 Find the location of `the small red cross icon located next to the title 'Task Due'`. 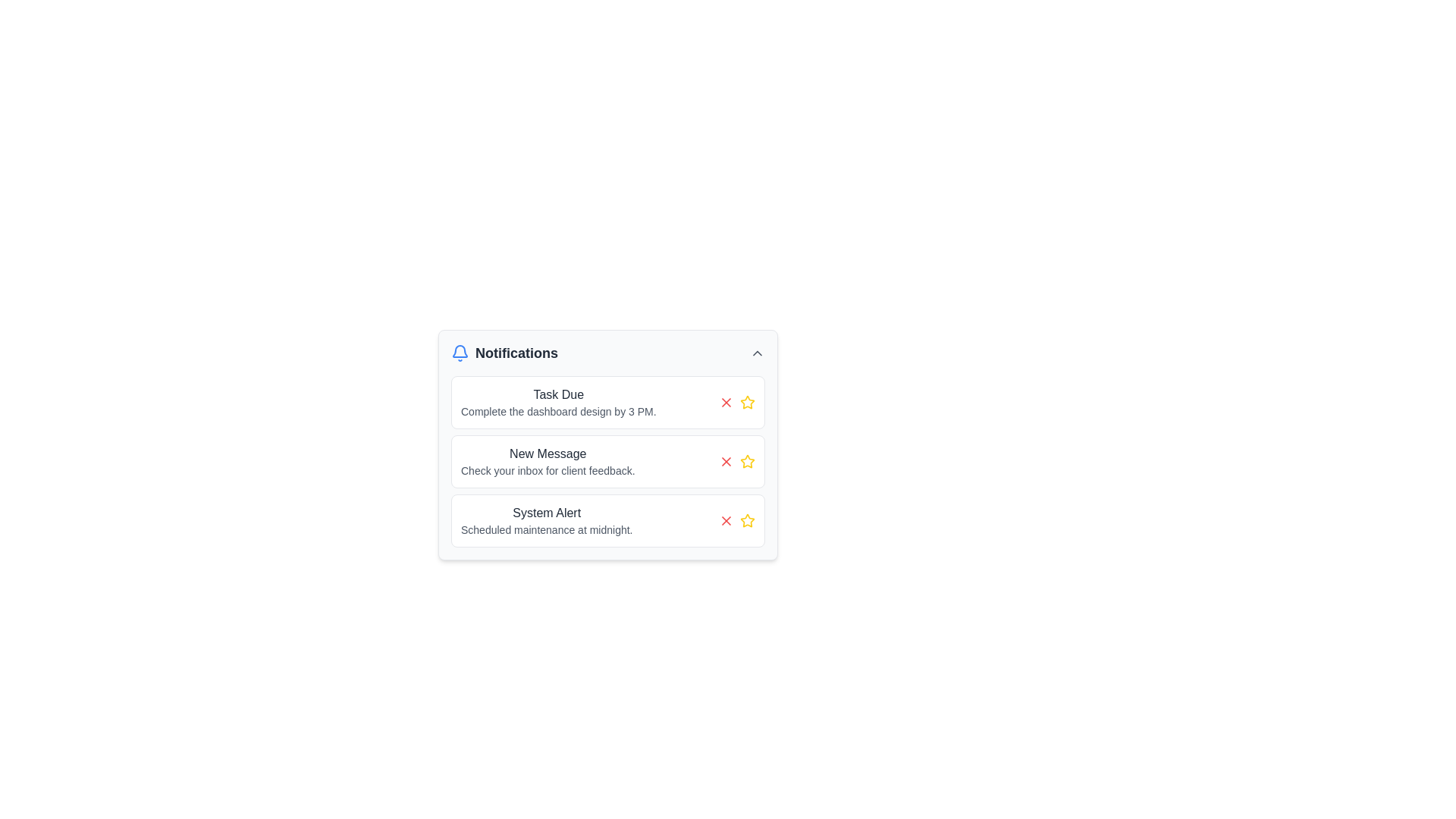

the small red cross icon located next to the title 'Task Due' is located at coordinates (726, 402).